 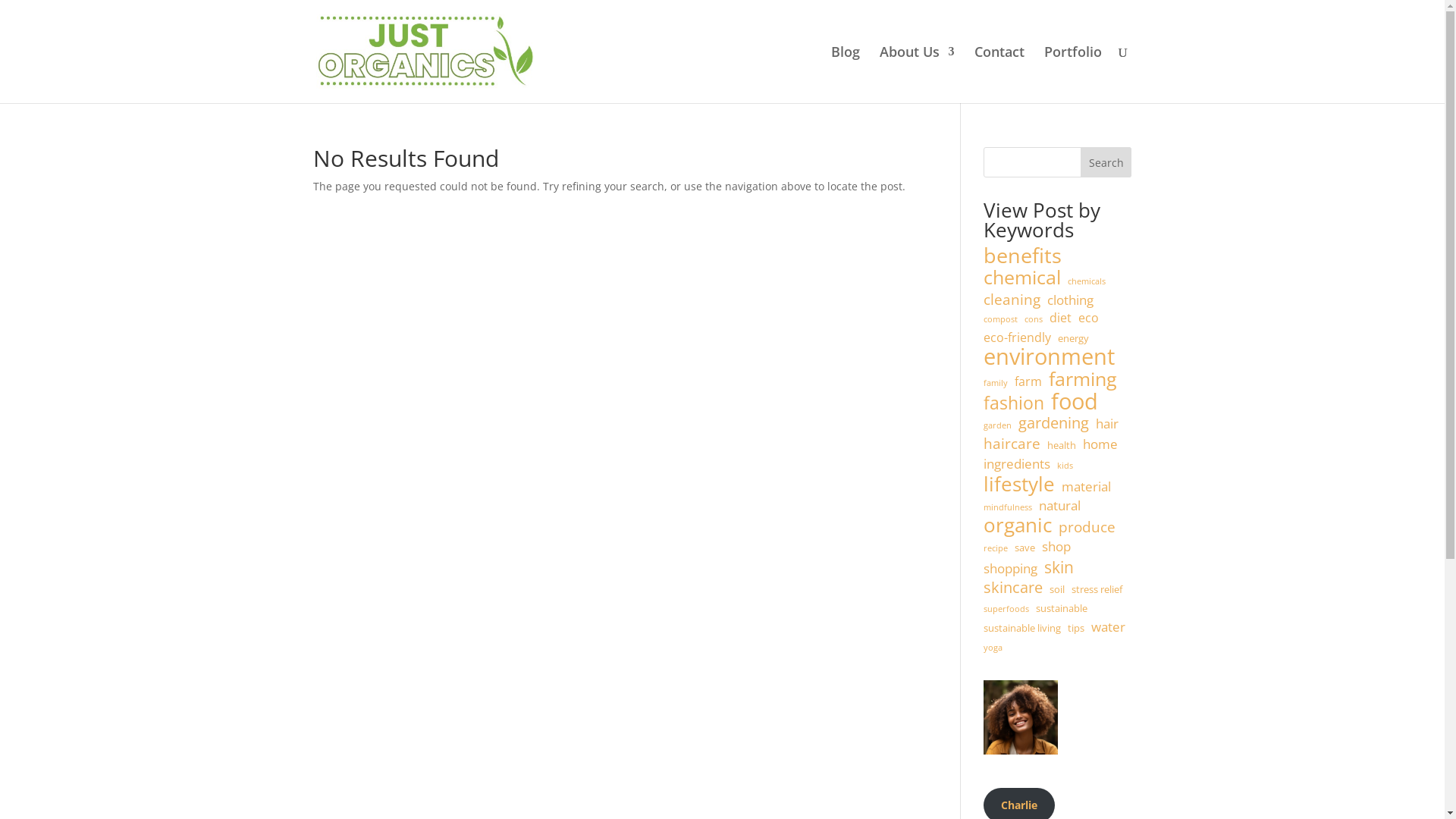 I want to click on 'water', so click(x=1108, y=626).